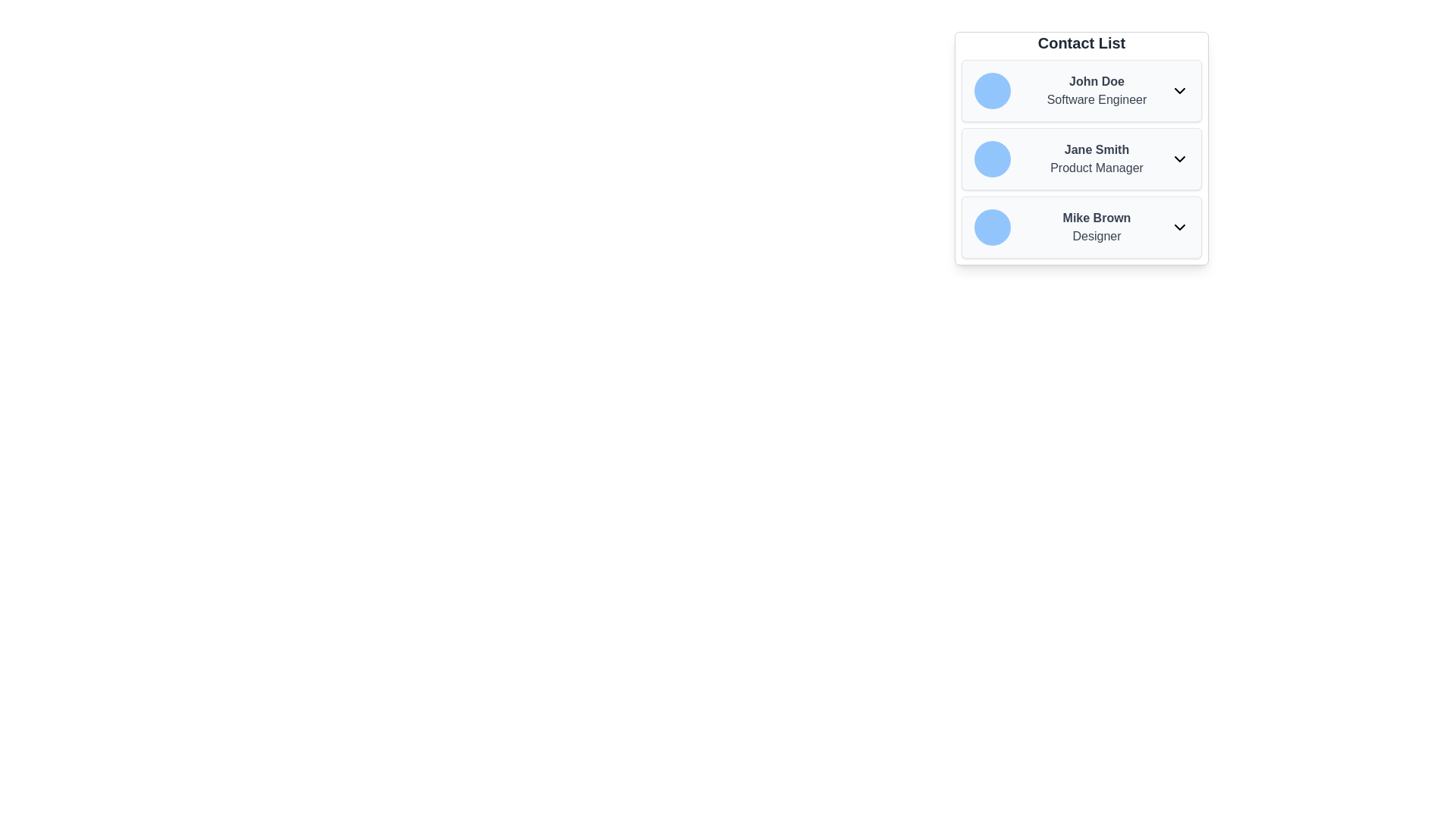  Describe the element at coordinates (1081, 158) in the screenshot. I see `the second contact card in the Contact List` at that location.